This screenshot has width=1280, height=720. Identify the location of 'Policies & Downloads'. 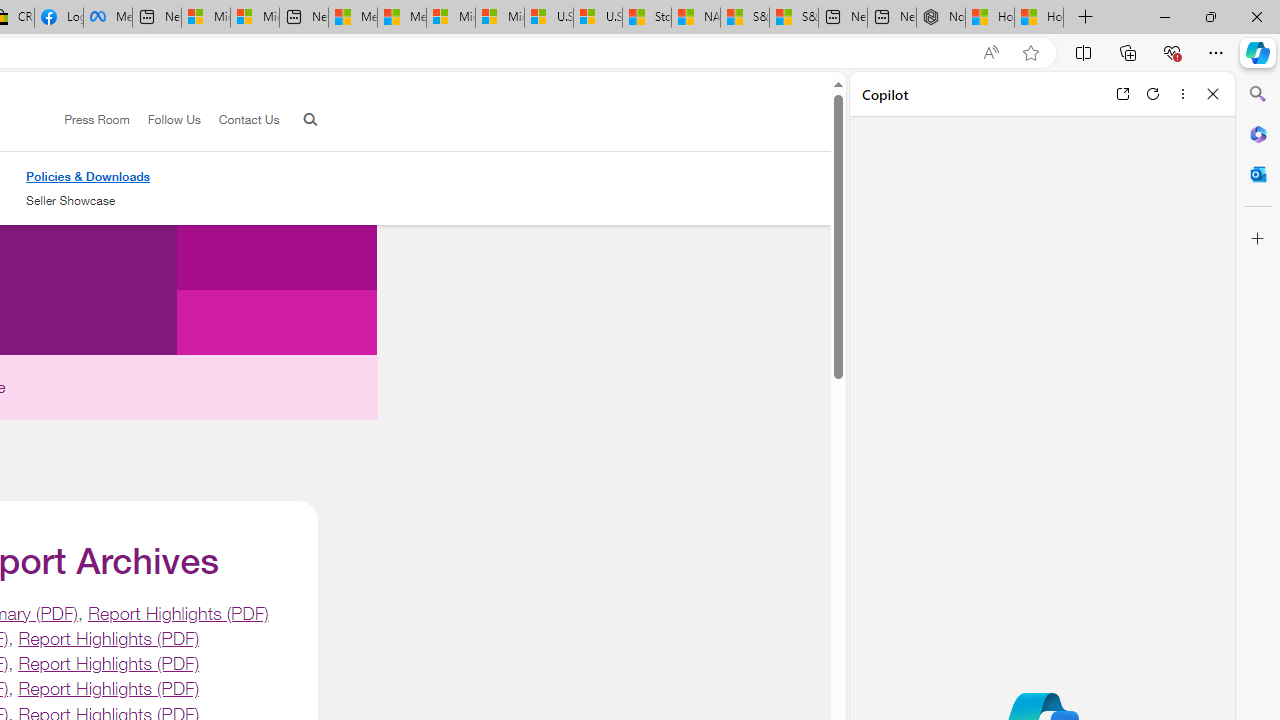
(87, 175).